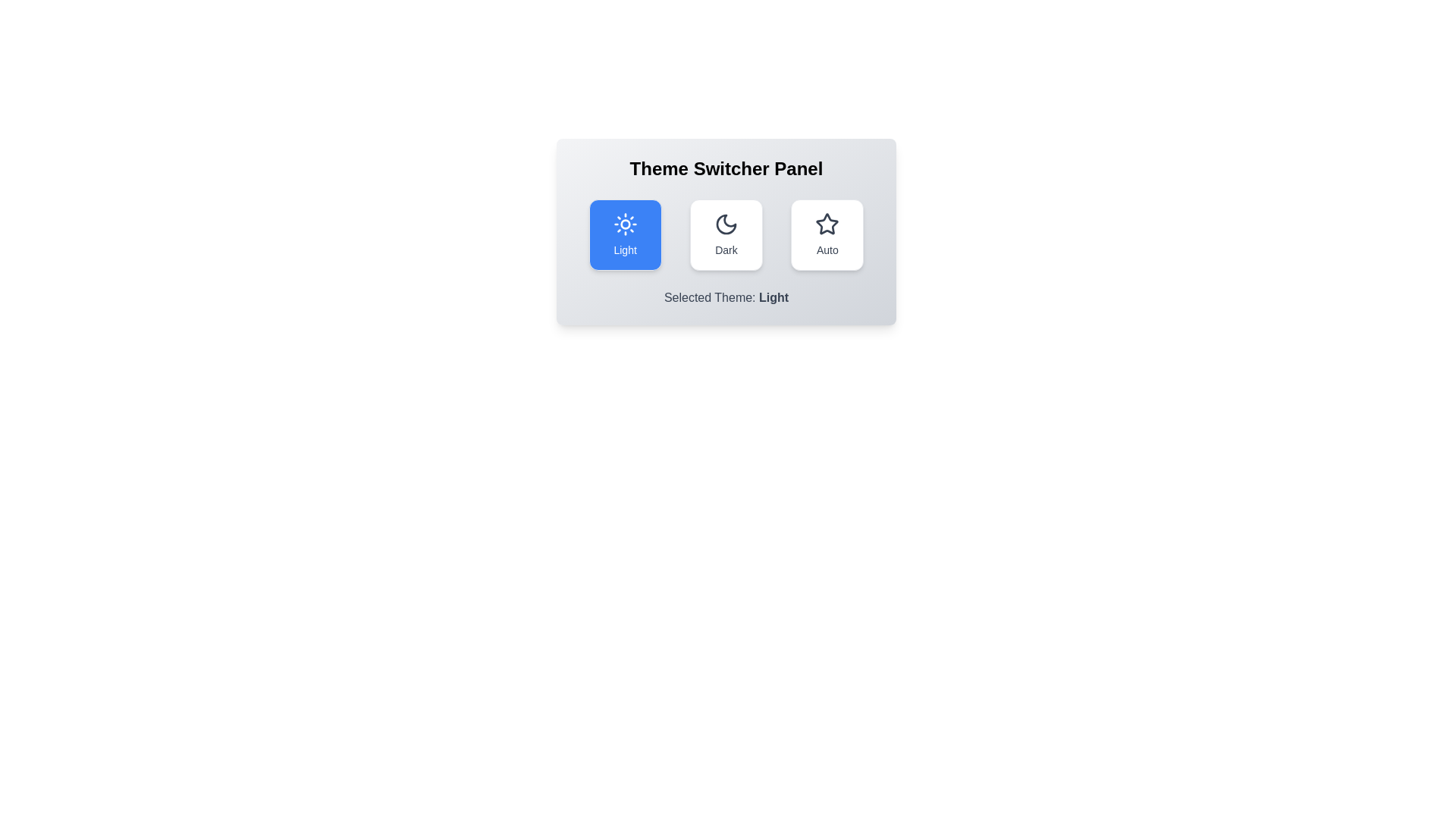  Describe the element at coordinates (725, 234) in the screenshot. I see `the 'Dark' theme toggle button located in the 'Theme Switcher Panel' between the 'Light' button on the left and the 'Auto' button on the right` at that location.